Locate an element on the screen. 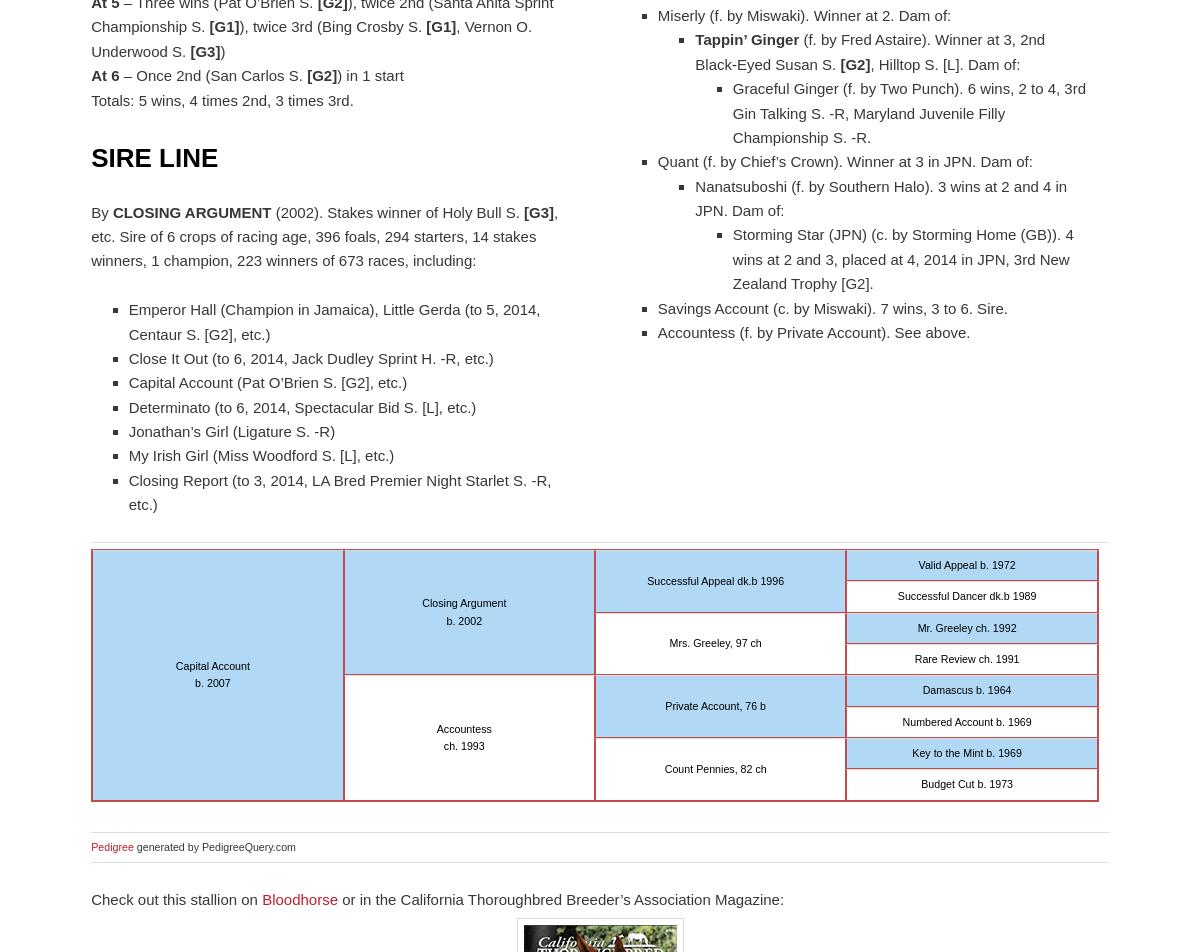 The height and width of the screenshot is (952, 1200). 'or in the California Thoroughbred Breeder’s Association Magazine:' is located at coordinates (560, 898).